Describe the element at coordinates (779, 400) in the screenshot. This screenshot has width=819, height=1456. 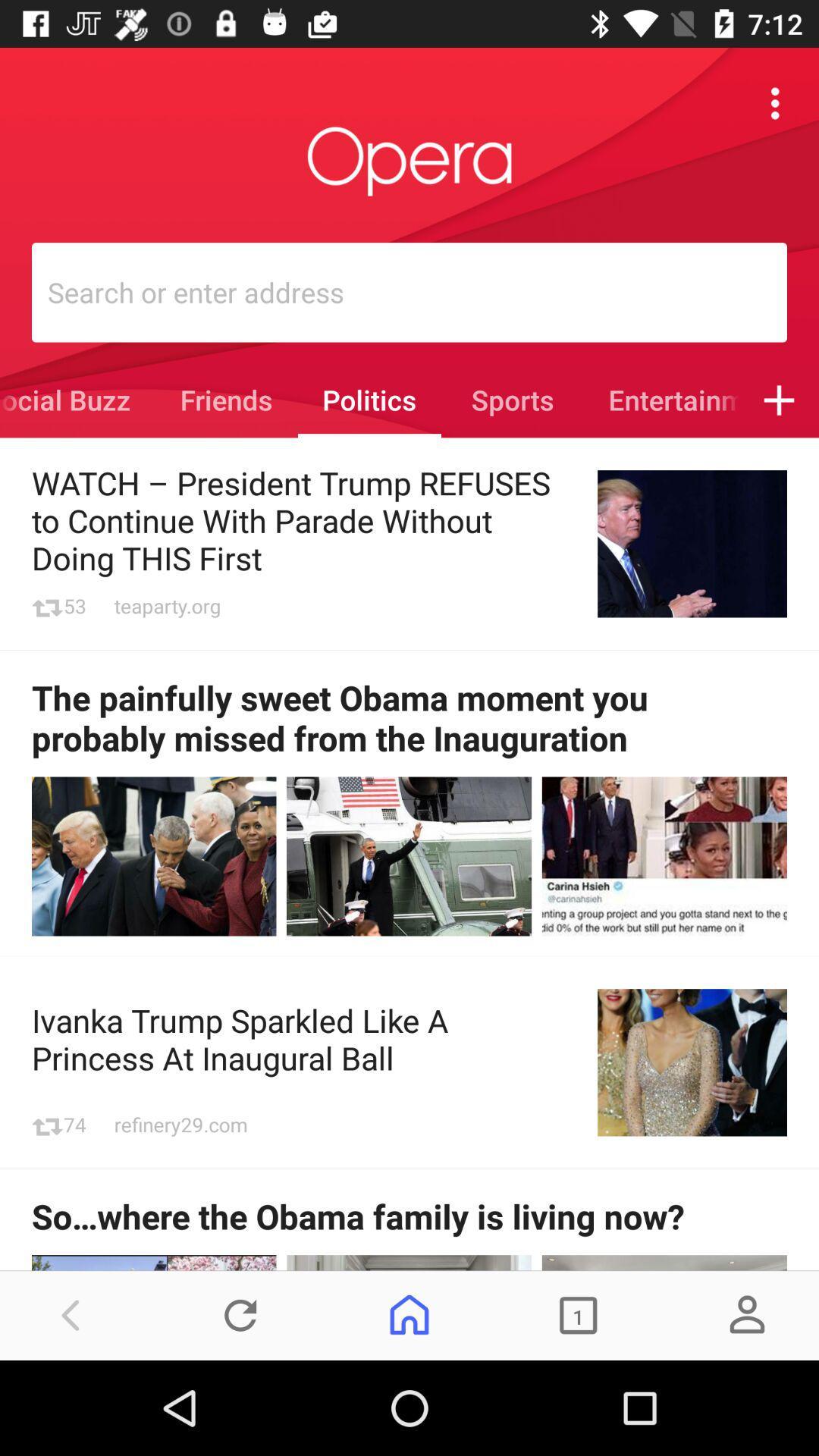
I see `the add icon` at that location.